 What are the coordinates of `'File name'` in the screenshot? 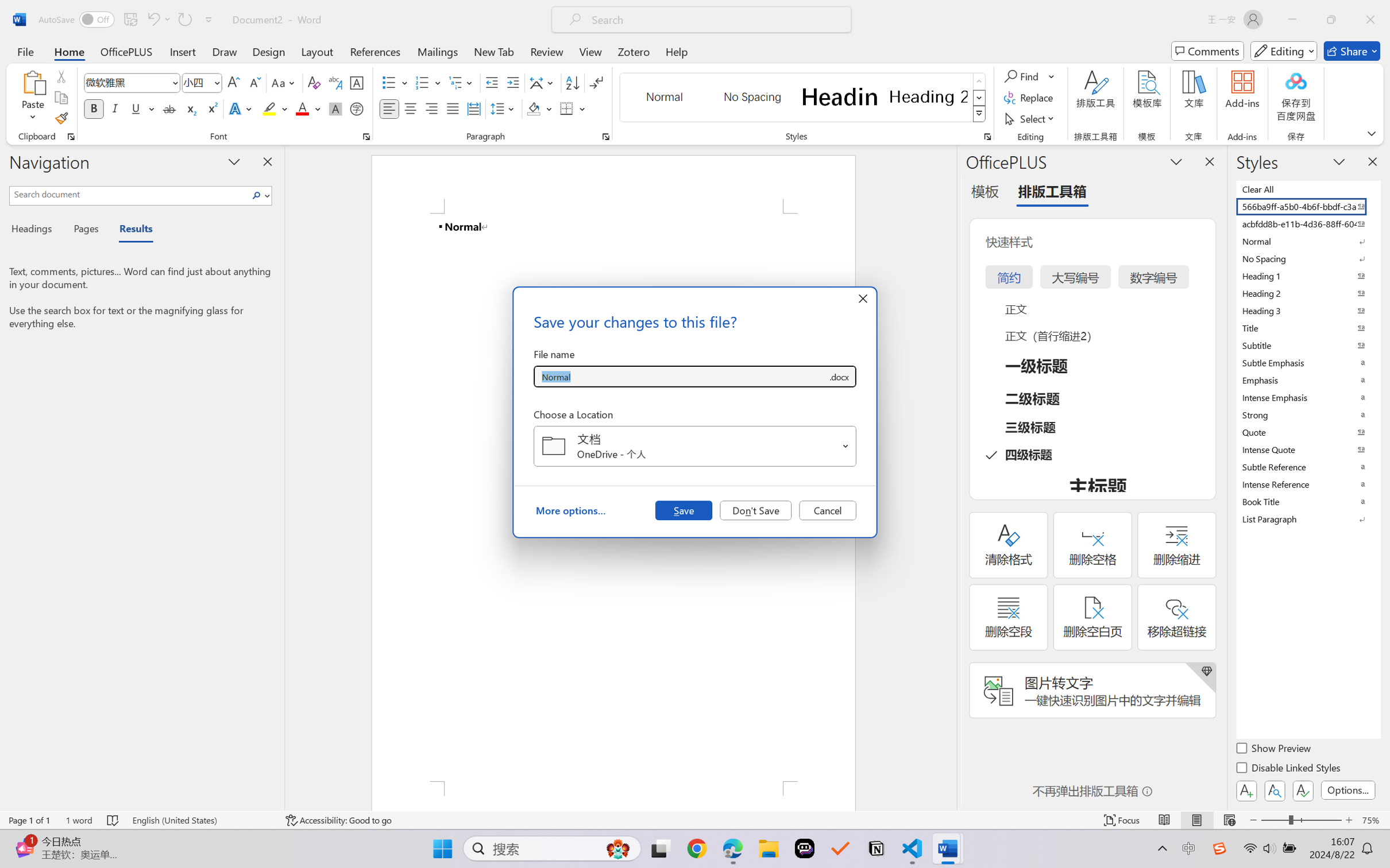 It's located at (680, 377).